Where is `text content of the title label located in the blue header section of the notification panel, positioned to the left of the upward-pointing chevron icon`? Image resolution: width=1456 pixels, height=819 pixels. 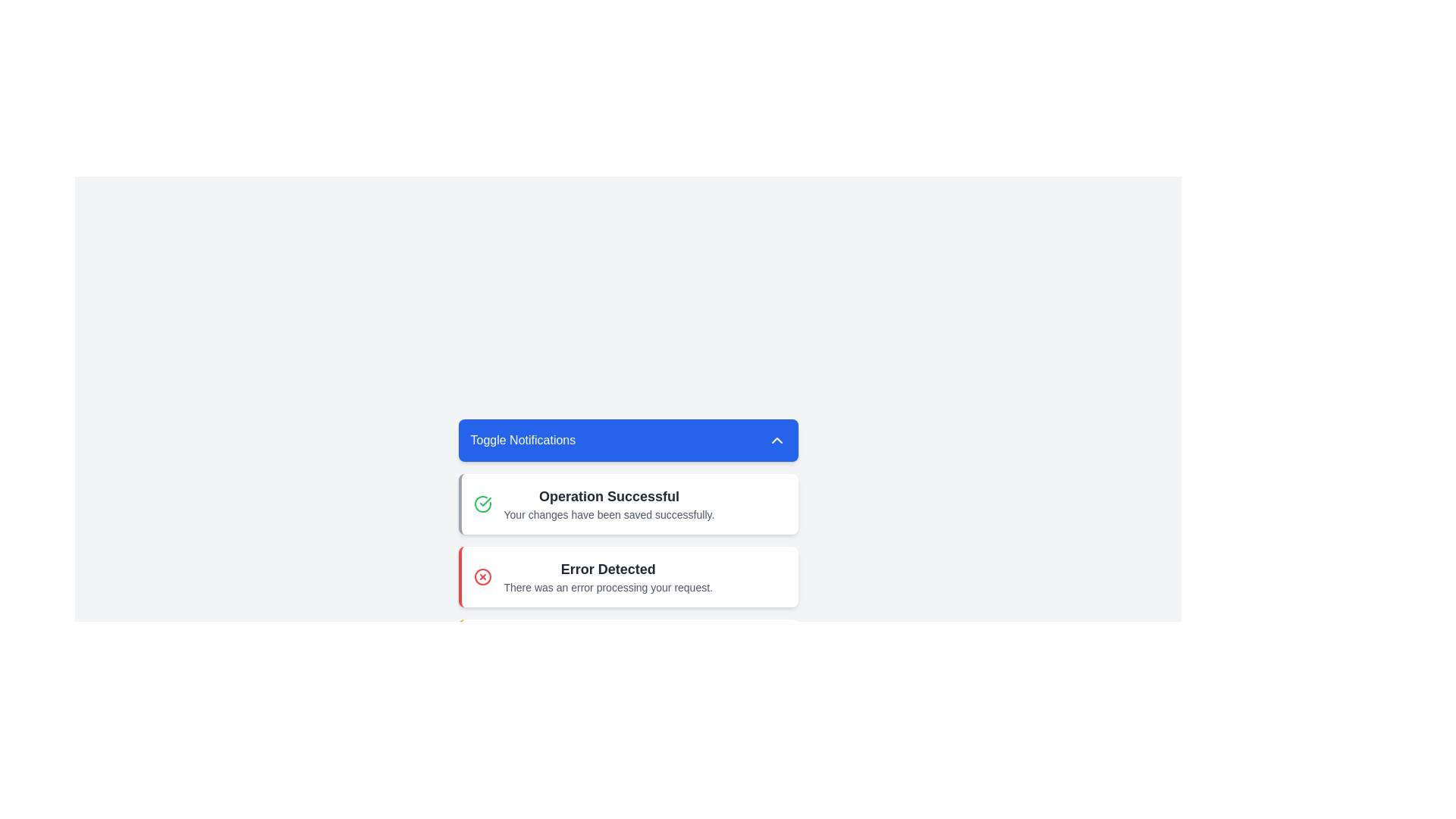
text content of the title label located in the blue header section of the notification panel, positioned to the left of the upward-pointing chevron icon is located at coordinates (522, 441).